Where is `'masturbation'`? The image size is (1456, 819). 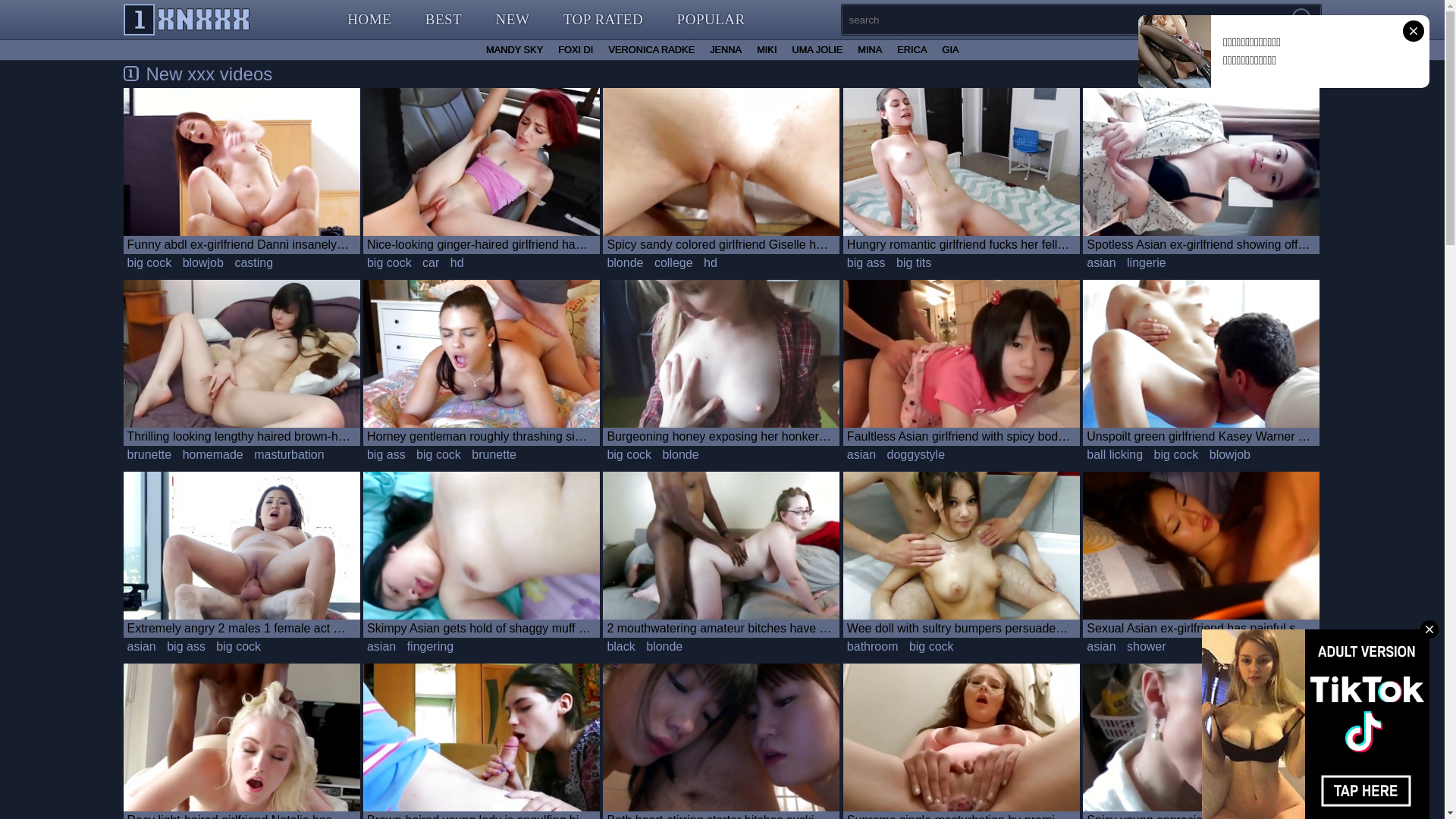
'masturbation' is located at coordinates (289, 454).